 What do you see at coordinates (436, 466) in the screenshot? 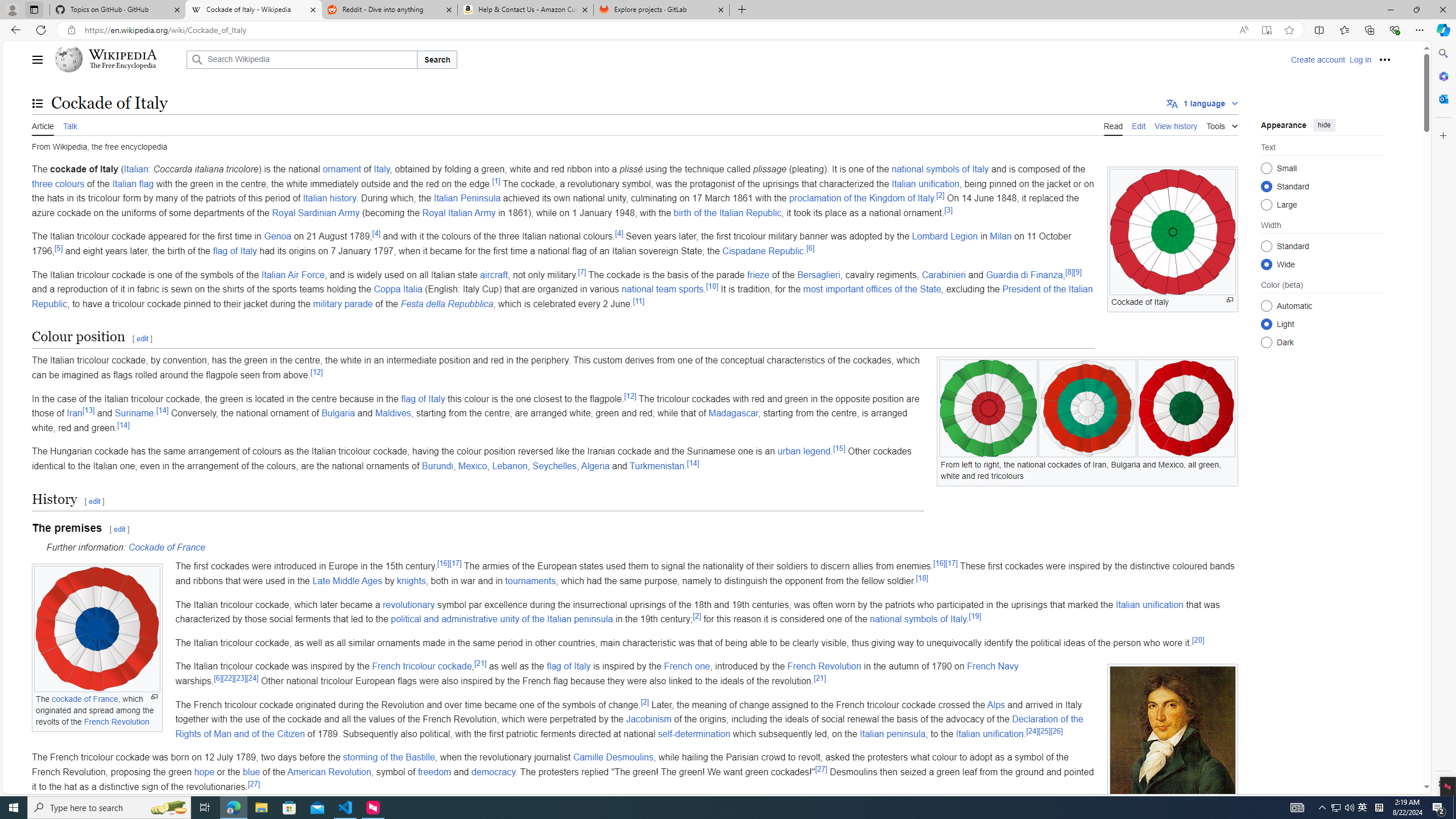
I see `'Burundi'` at bounding box center [436, 466].